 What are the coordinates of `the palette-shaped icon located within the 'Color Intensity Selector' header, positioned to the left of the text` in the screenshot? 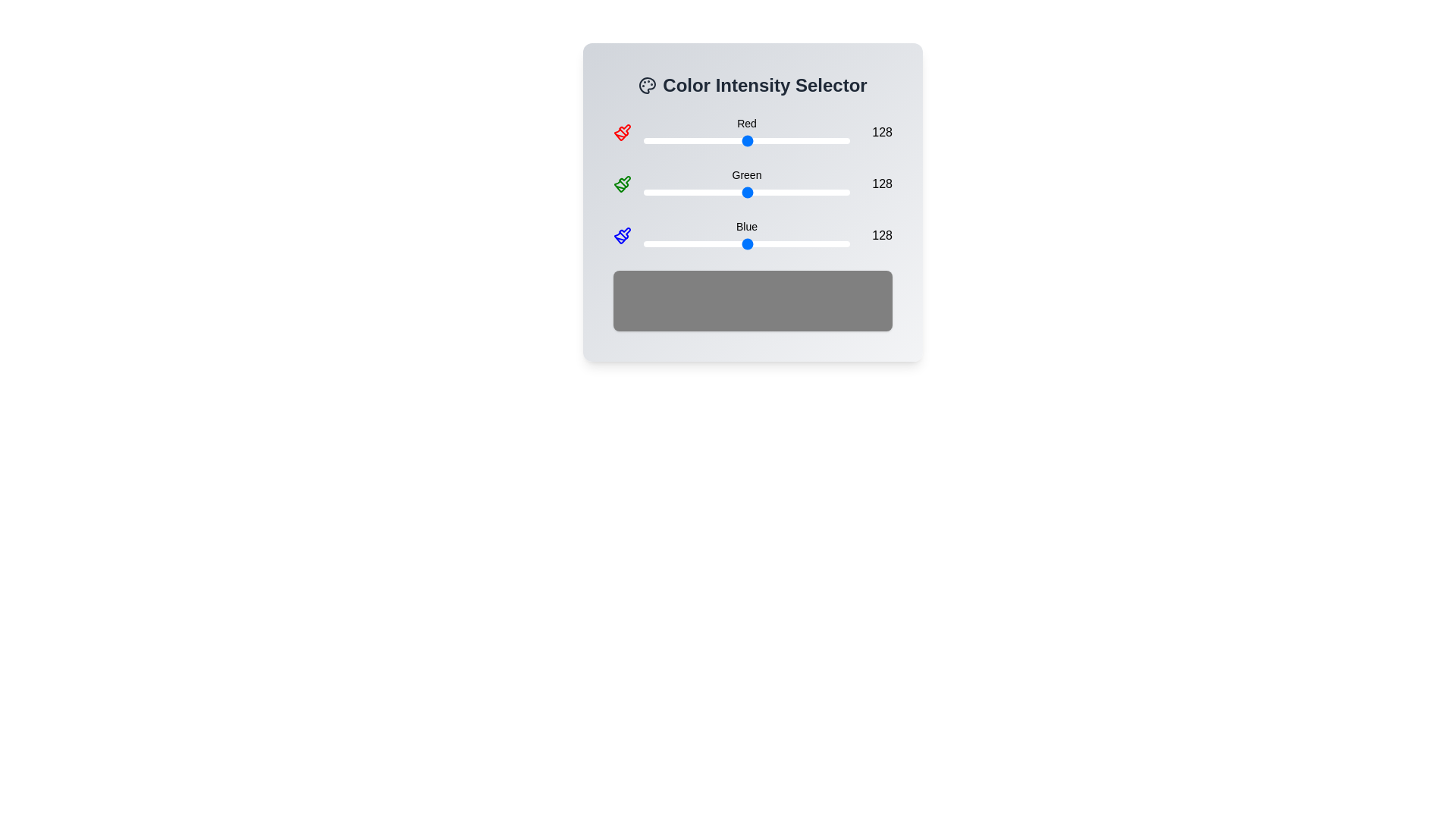 It's located at (648, 85).